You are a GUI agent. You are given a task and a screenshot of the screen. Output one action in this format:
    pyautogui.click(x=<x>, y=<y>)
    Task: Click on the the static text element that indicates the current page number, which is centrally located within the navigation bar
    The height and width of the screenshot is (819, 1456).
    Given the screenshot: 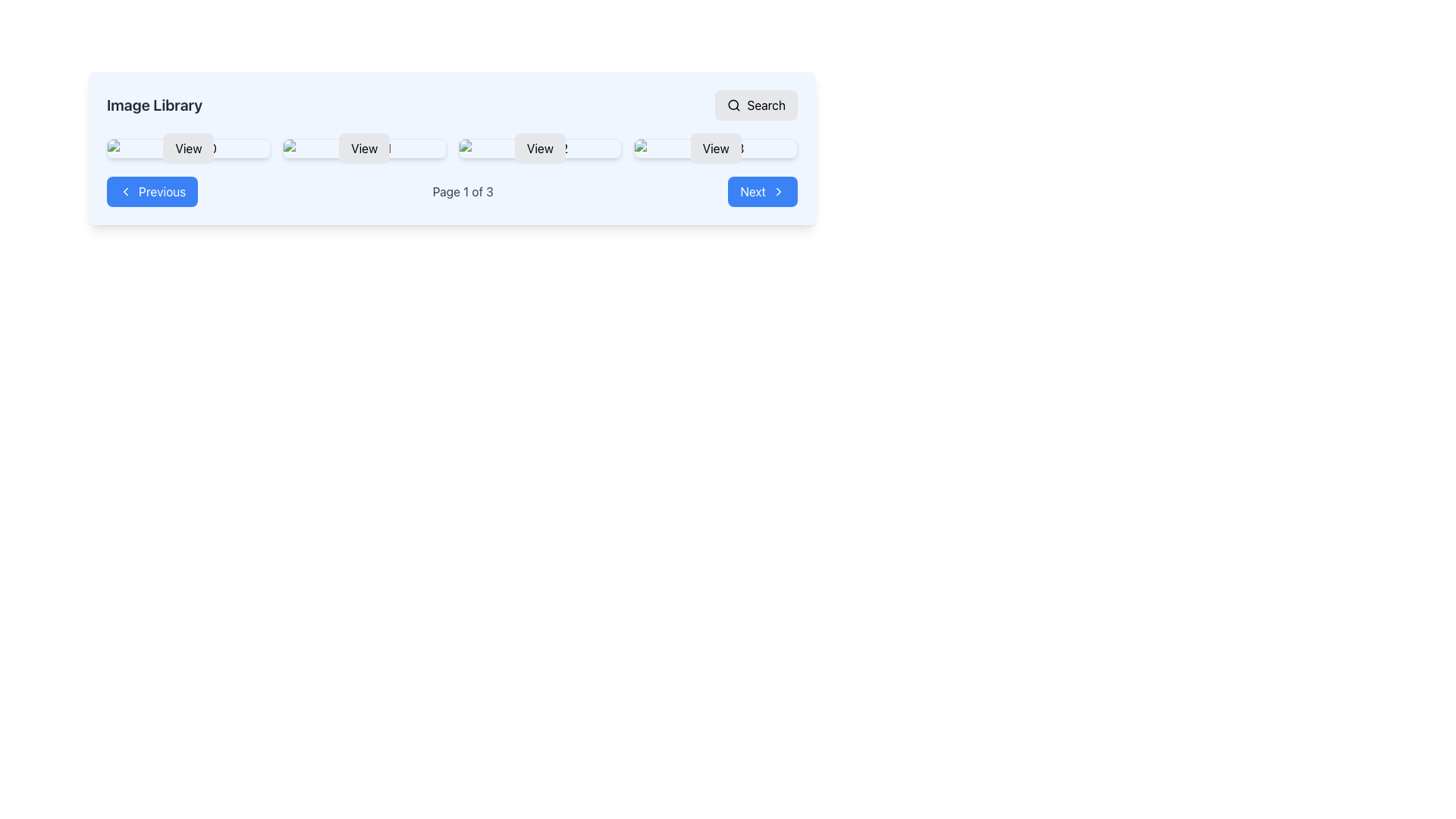 What is the action you would take?
    pyautogui.click(x=462, y=191)
    